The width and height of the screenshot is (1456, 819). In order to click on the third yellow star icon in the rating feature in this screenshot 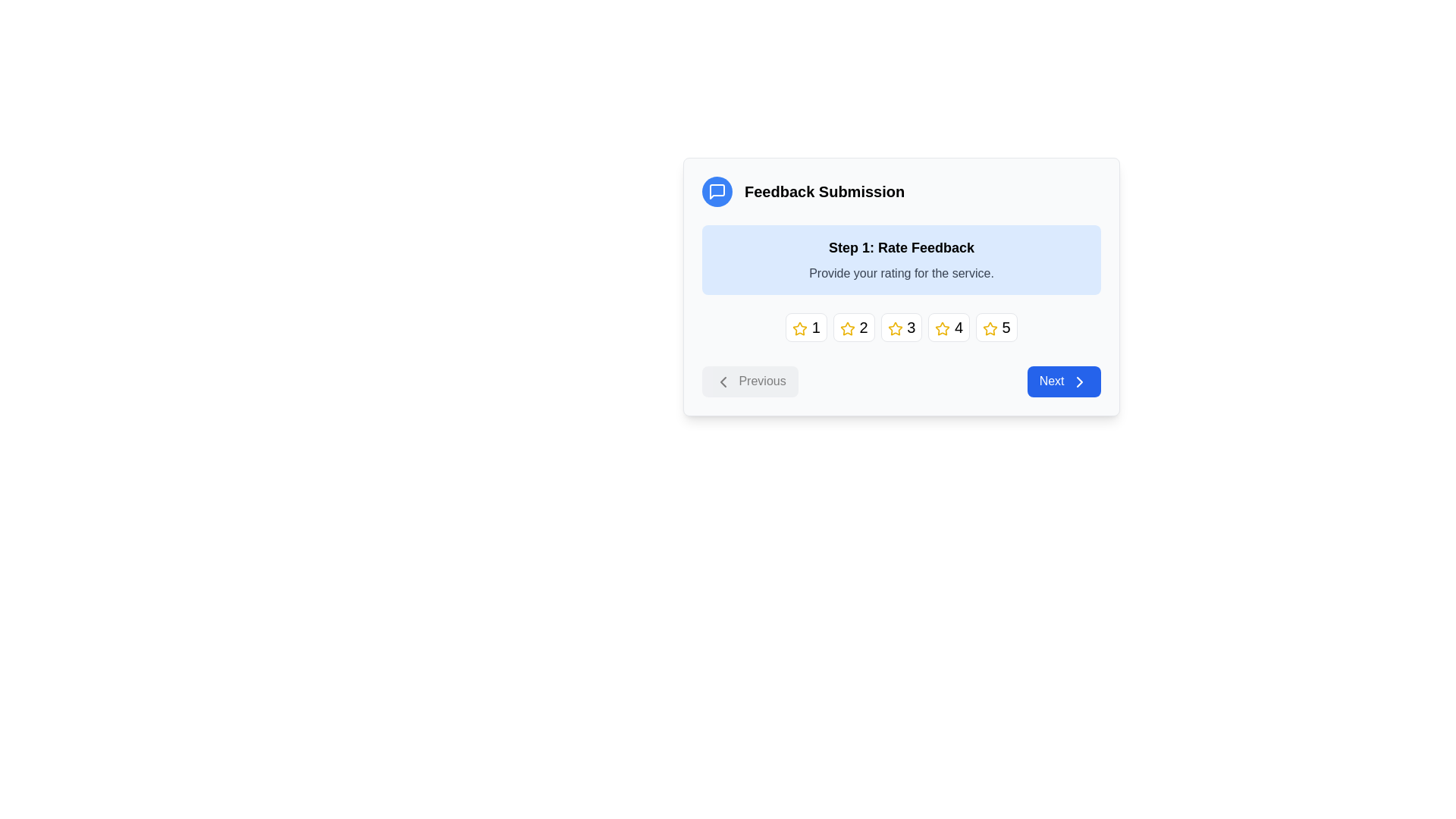, I will do `click(895, 328)`.